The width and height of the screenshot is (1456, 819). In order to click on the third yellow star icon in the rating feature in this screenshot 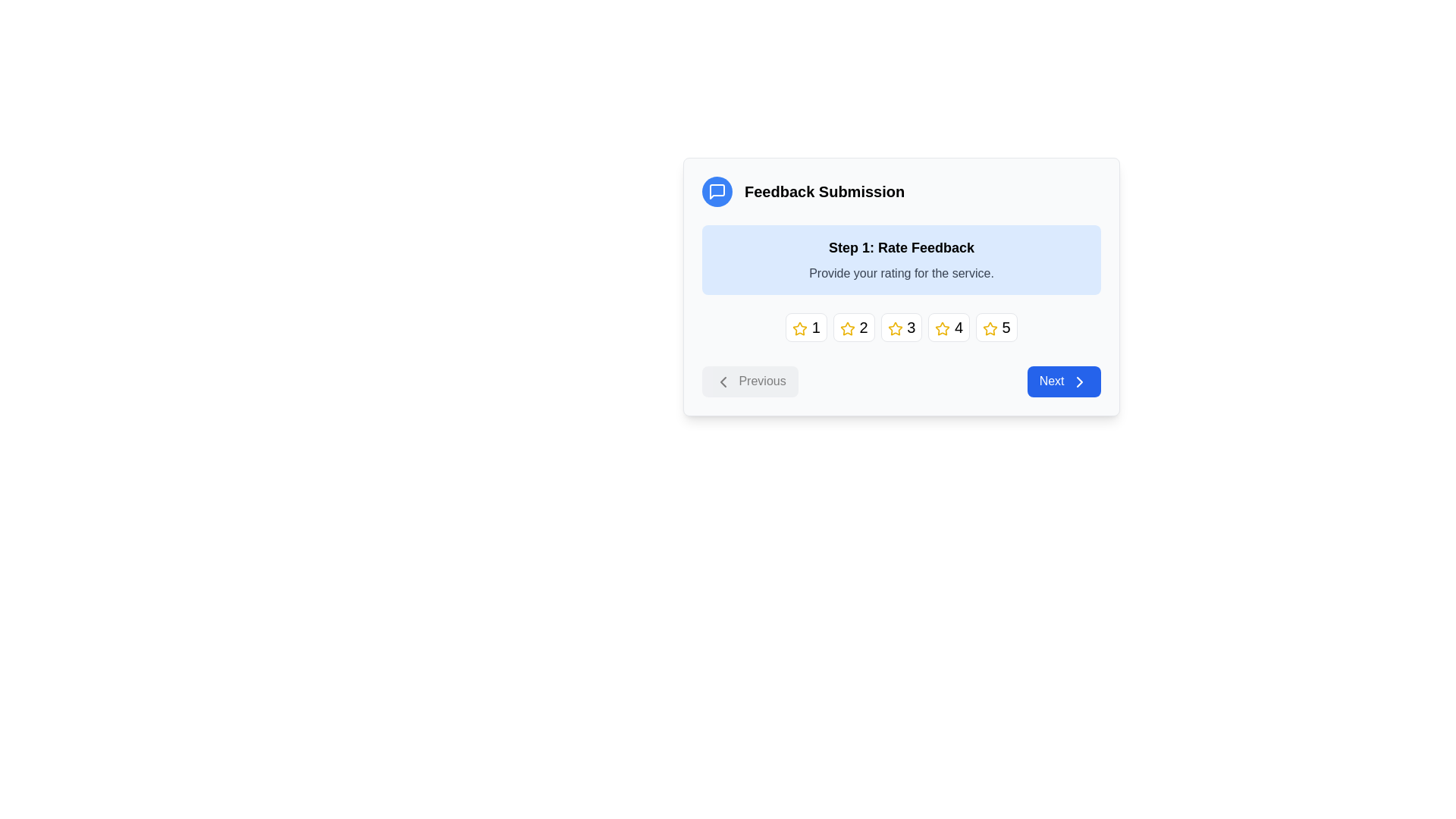, I will do `click(895, 328)`.